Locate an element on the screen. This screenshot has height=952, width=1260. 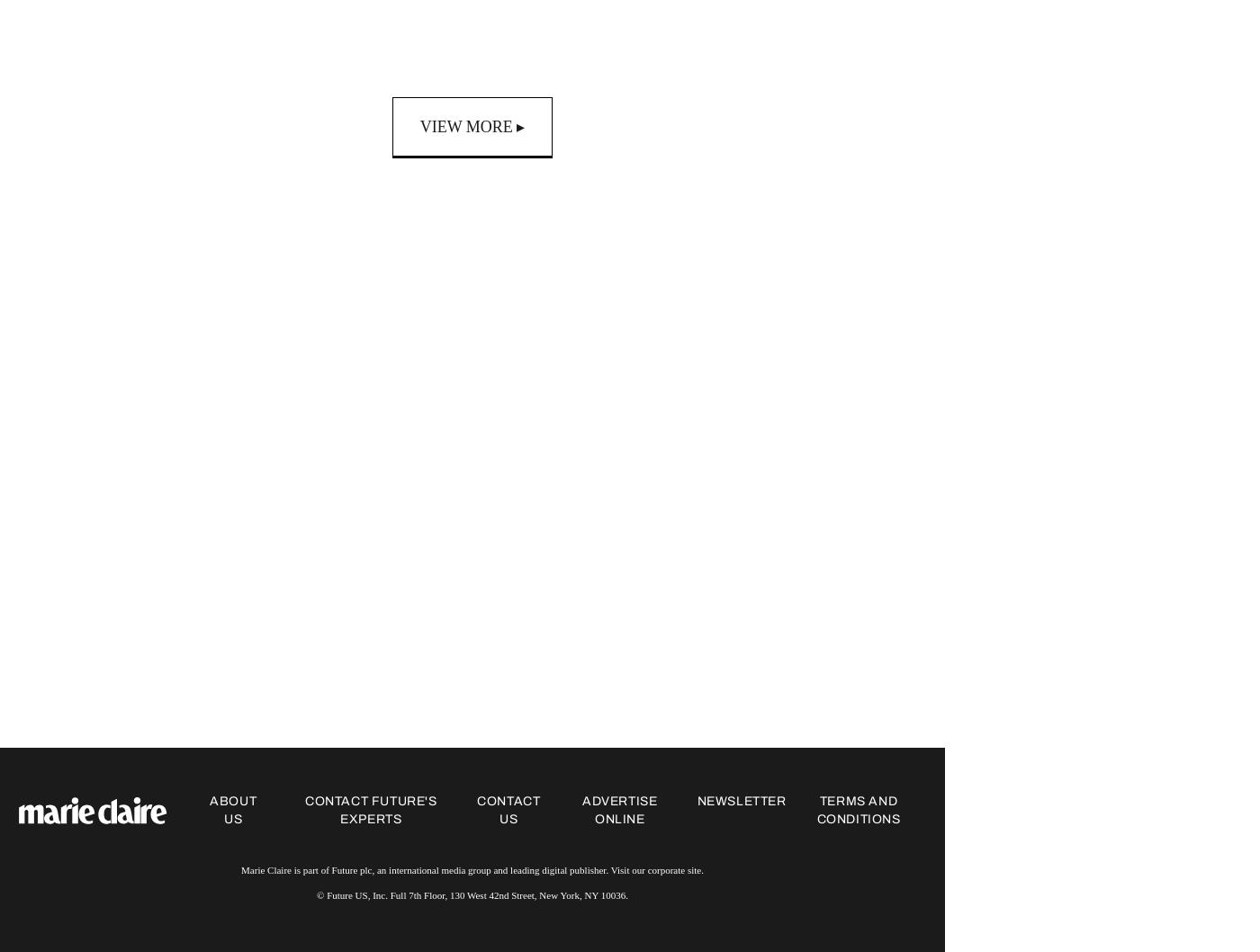
'Advertise Online' is located at coordinates (581, 810).